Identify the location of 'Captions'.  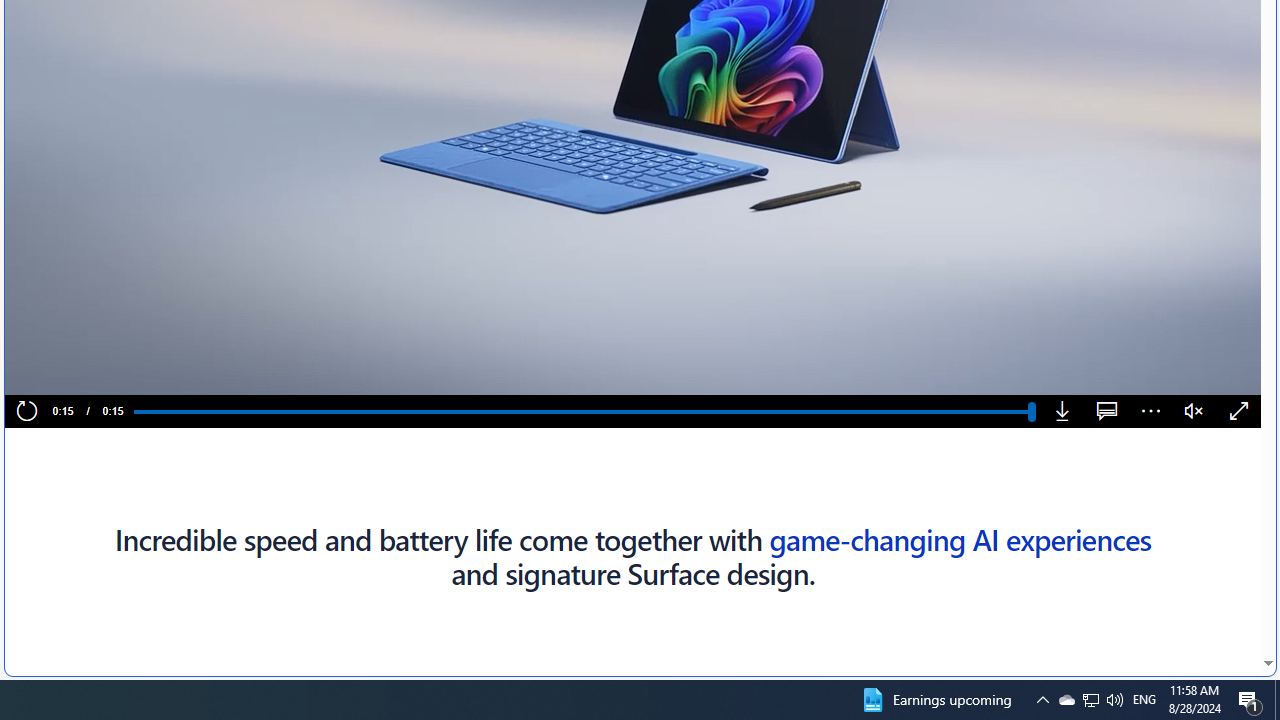
(1106, 411).